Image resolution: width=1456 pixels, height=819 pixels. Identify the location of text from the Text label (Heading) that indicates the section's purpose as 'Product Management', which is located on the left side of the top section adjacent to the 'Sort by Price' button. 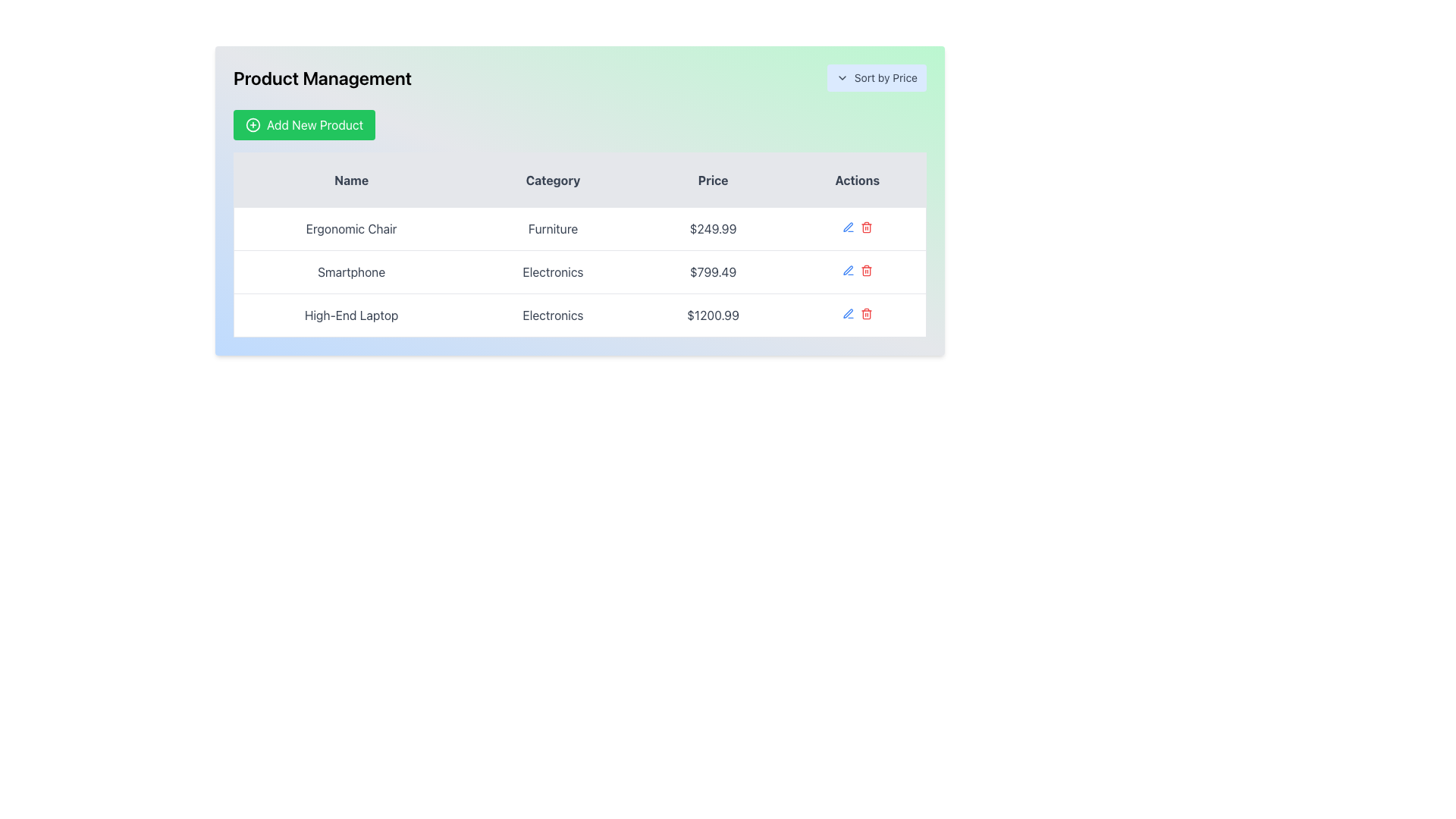
(322, 78).